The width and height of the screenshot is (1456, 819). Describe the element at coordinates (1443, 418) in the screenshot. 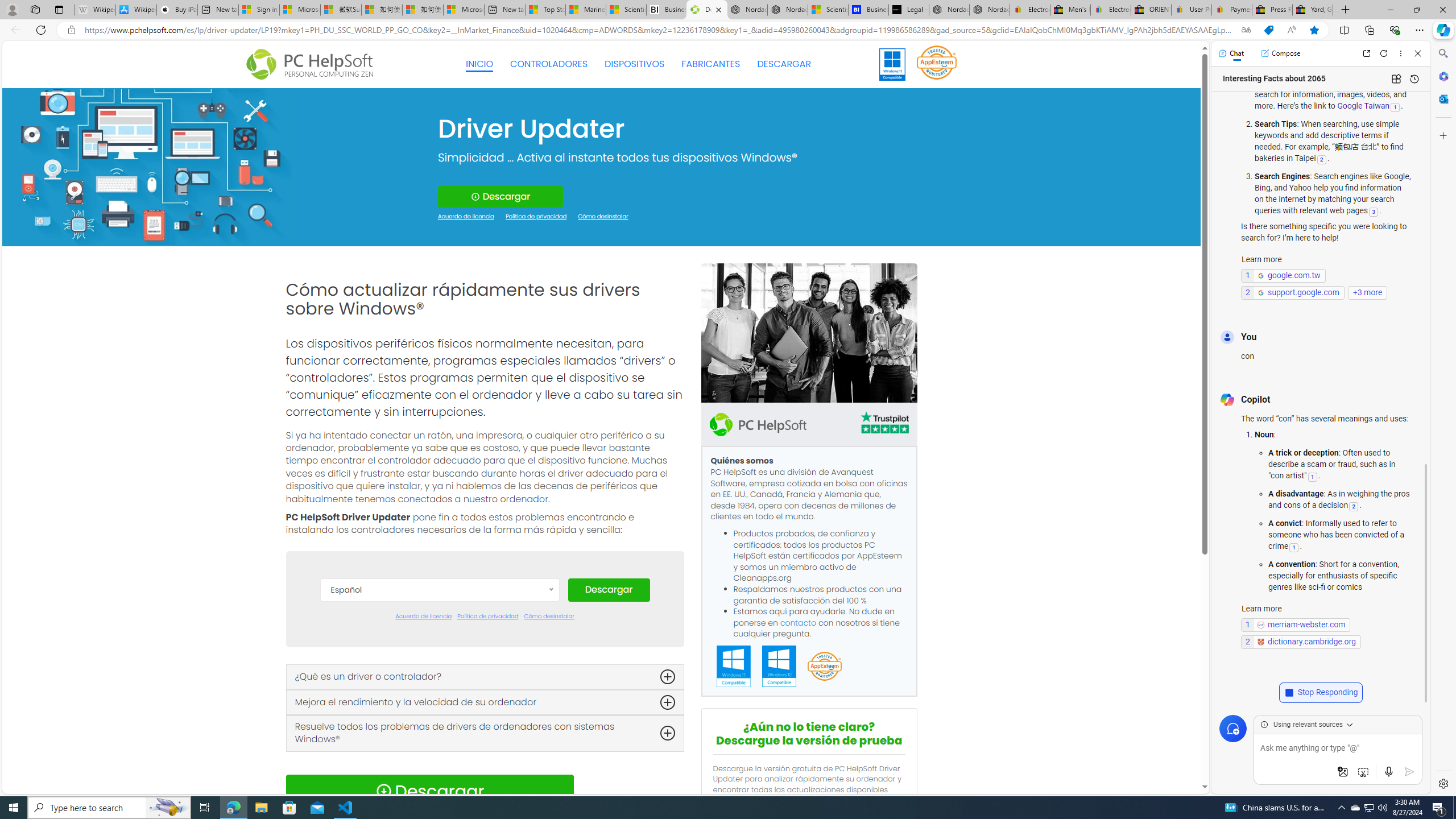

I see `'Side bar'` at that location.